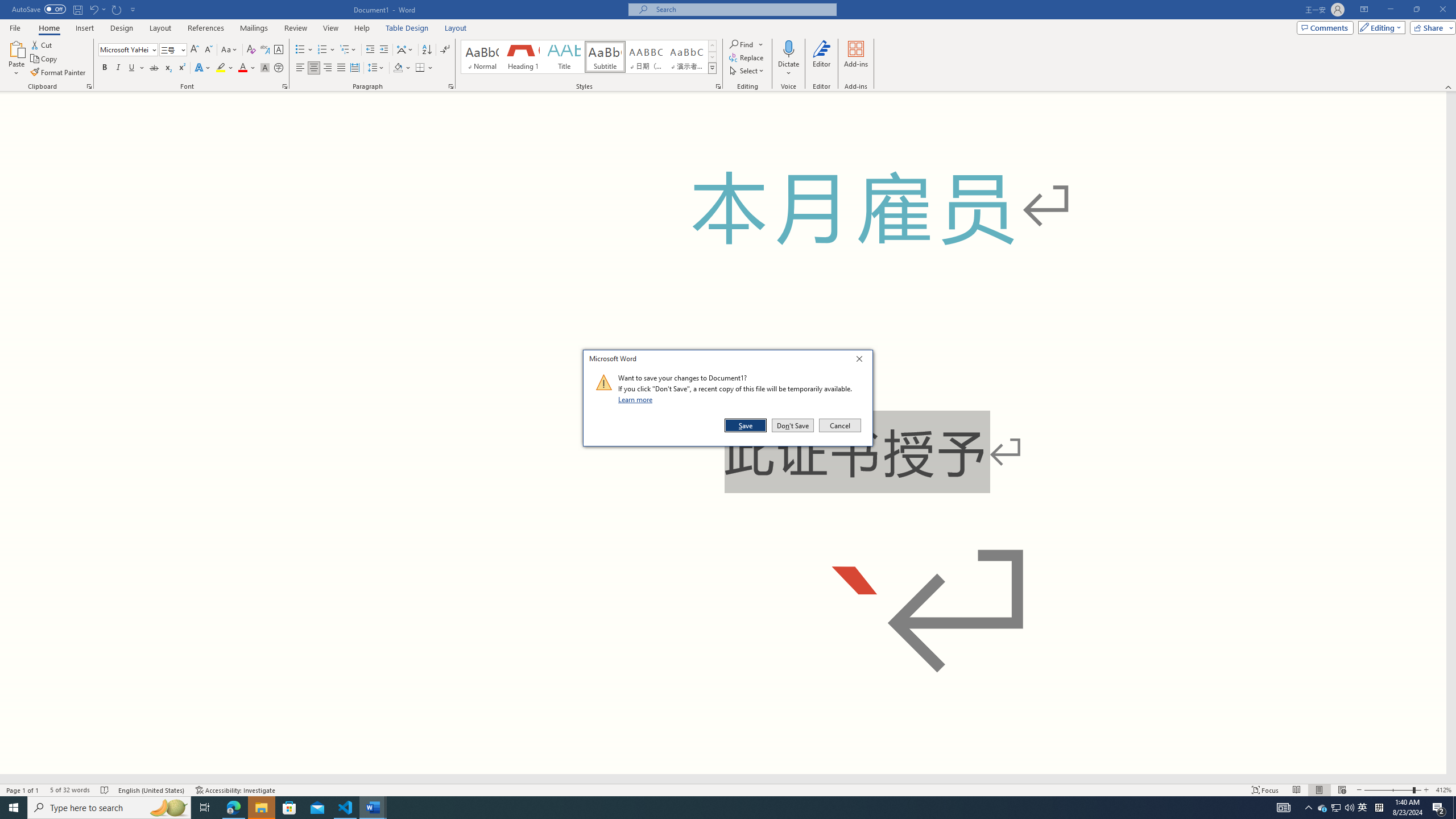 The height and width of the screenshot is (819, 1456). What do you see at coordinates (792, 425) in the screenshot?
I see `'Don'` at bounding box center [792, 425].